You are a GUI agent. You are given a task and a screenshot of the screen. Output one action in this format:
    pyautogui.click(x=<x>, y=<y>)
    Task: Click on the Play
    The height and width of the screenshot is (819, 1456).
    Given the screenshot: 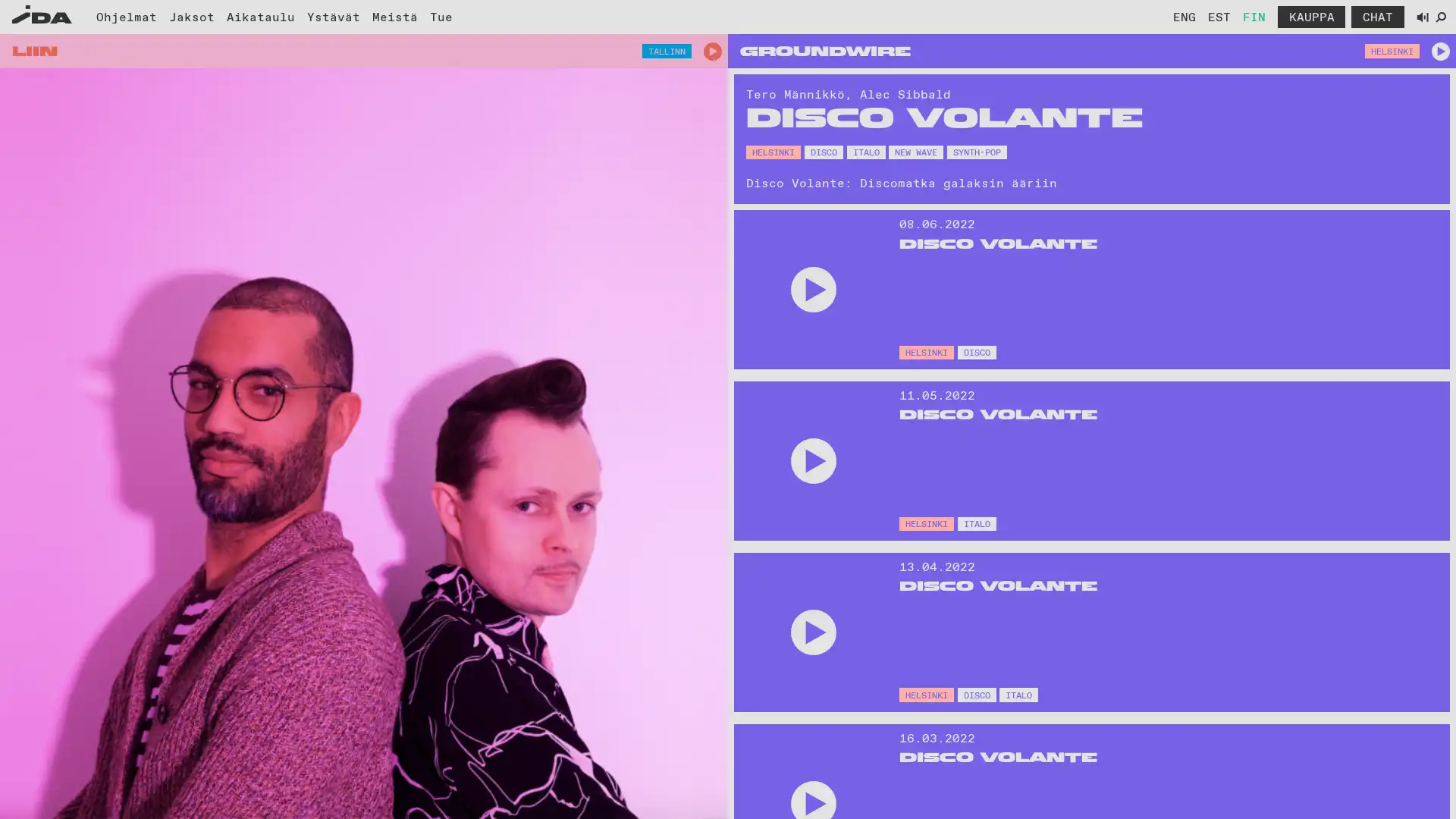 What is the action you would take?
    pyautogui.click(x=811, y=459)
    